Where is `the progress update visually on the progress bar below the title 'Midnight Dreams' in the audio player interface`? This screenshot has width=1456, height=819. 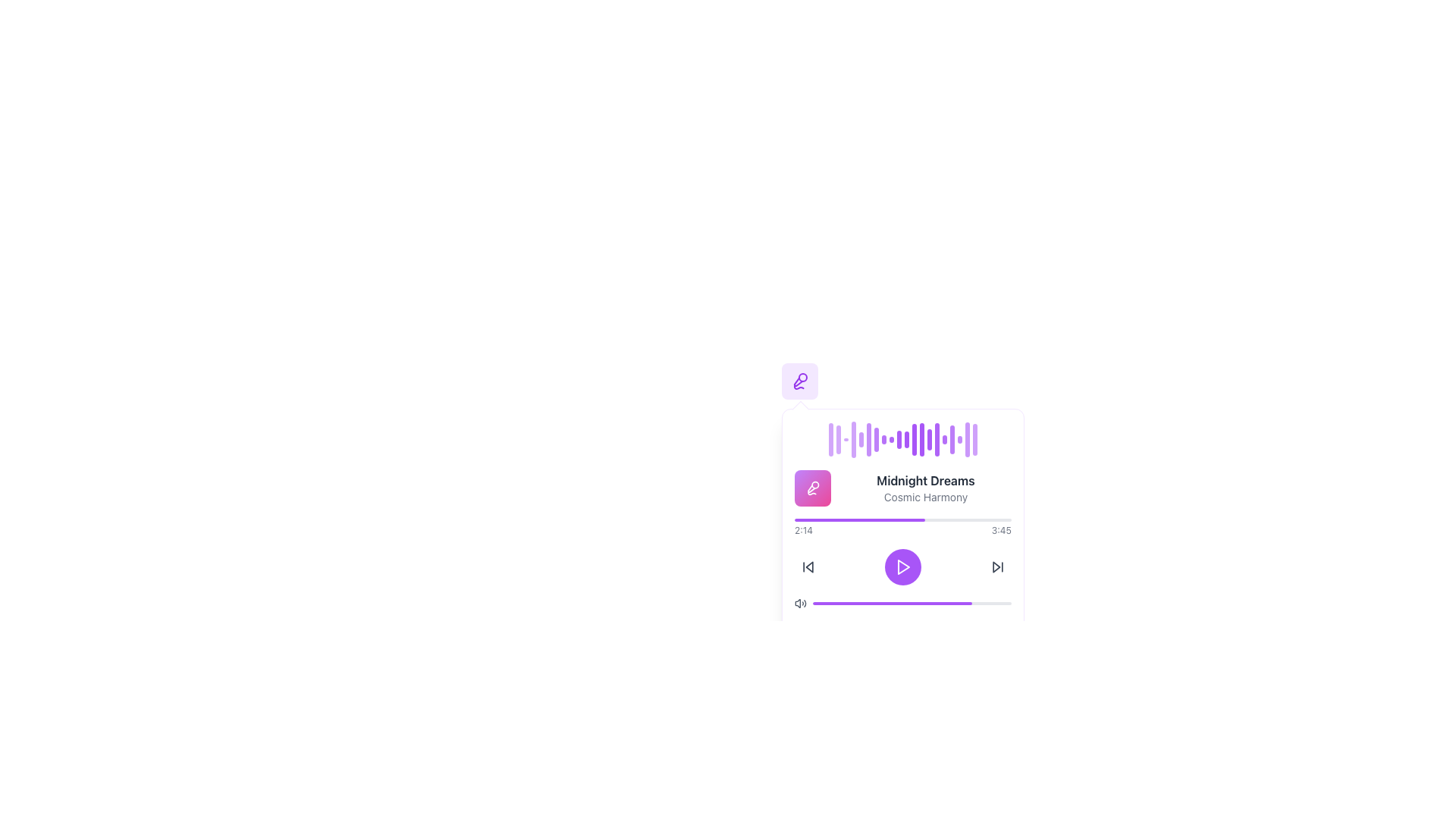
the progress update visually on the progress bar below the title 'Midnight Dreams' in the audio player interface is located at coordinates (902, 519).